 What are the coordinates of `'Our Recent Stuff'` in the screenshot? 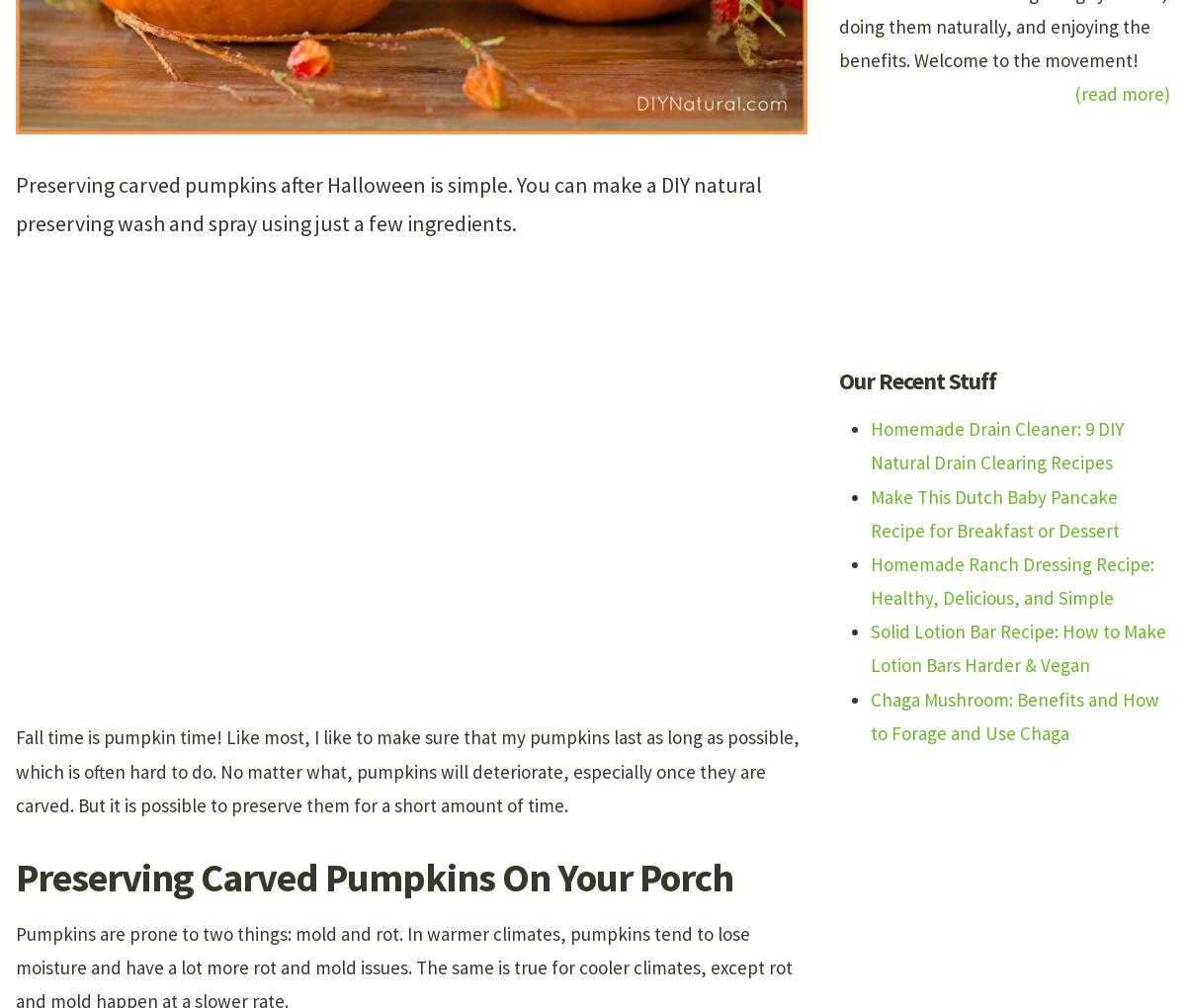 It's located at (917, 380).